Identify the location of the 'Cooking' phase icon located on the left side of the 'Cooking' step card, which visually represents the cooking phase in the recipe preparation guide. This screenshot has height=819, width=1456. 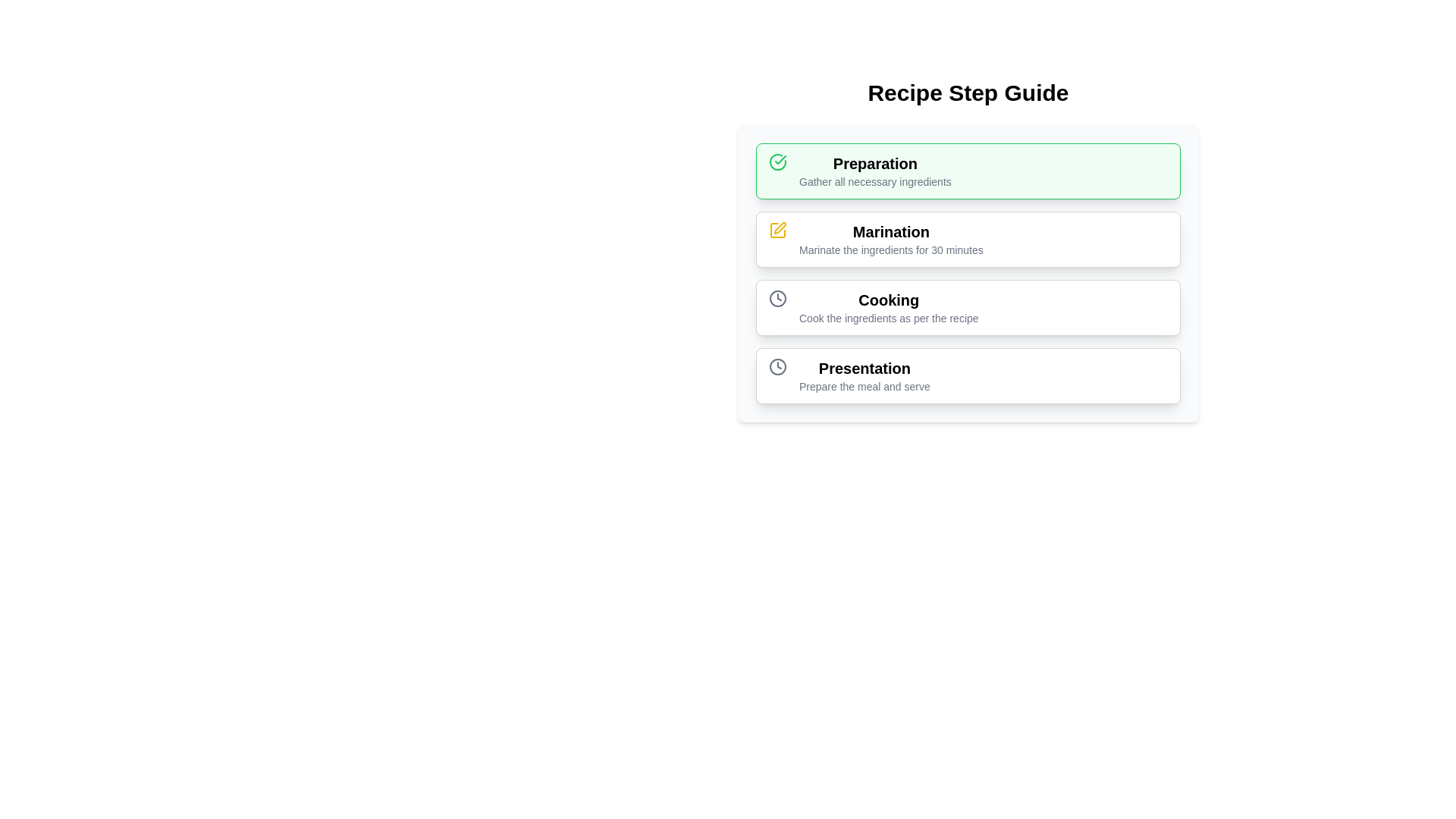
(778, 298).